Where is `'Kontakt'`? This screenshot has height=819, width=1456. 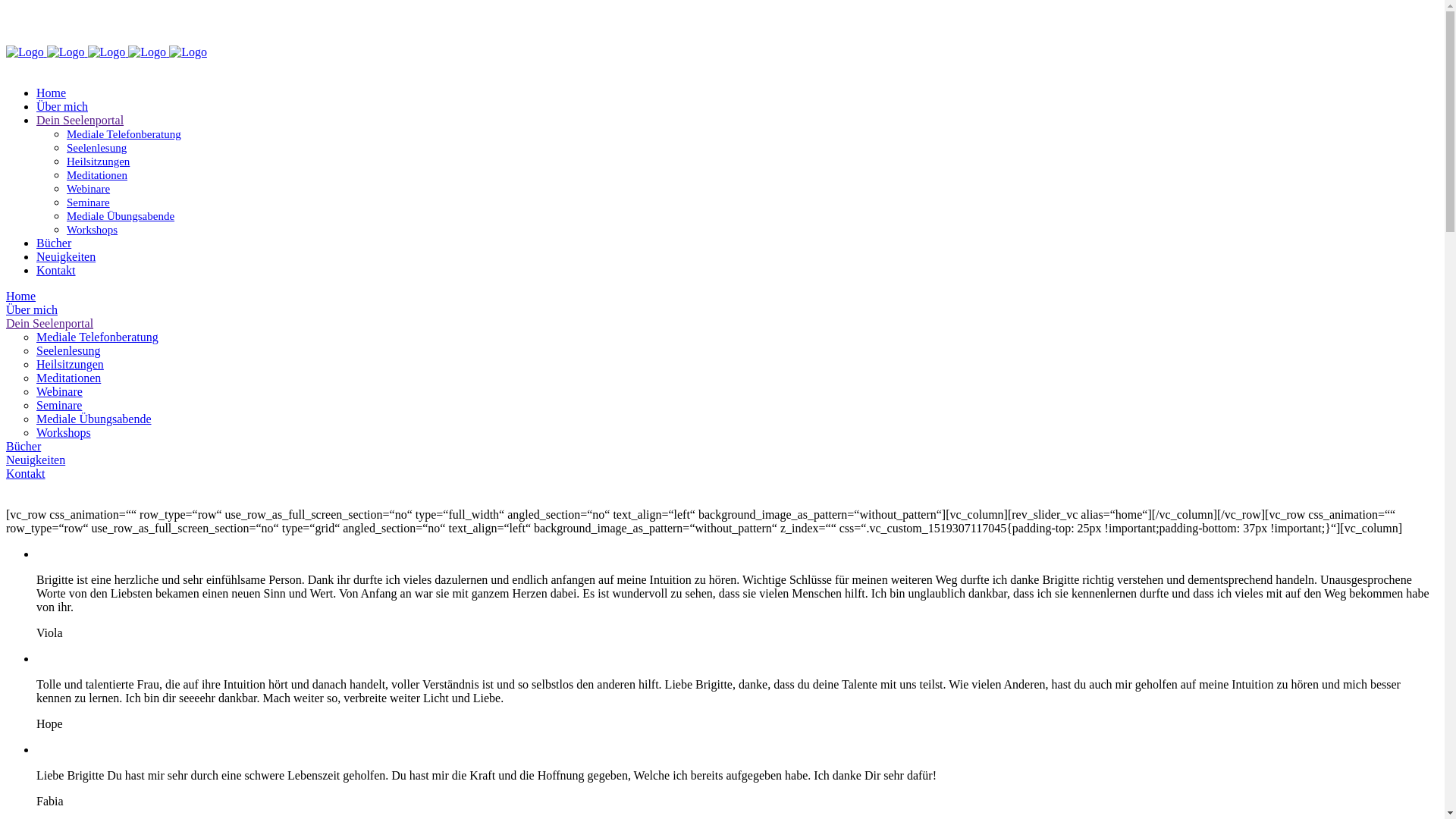 'Kontakt' is located at coordinates (6, 472).